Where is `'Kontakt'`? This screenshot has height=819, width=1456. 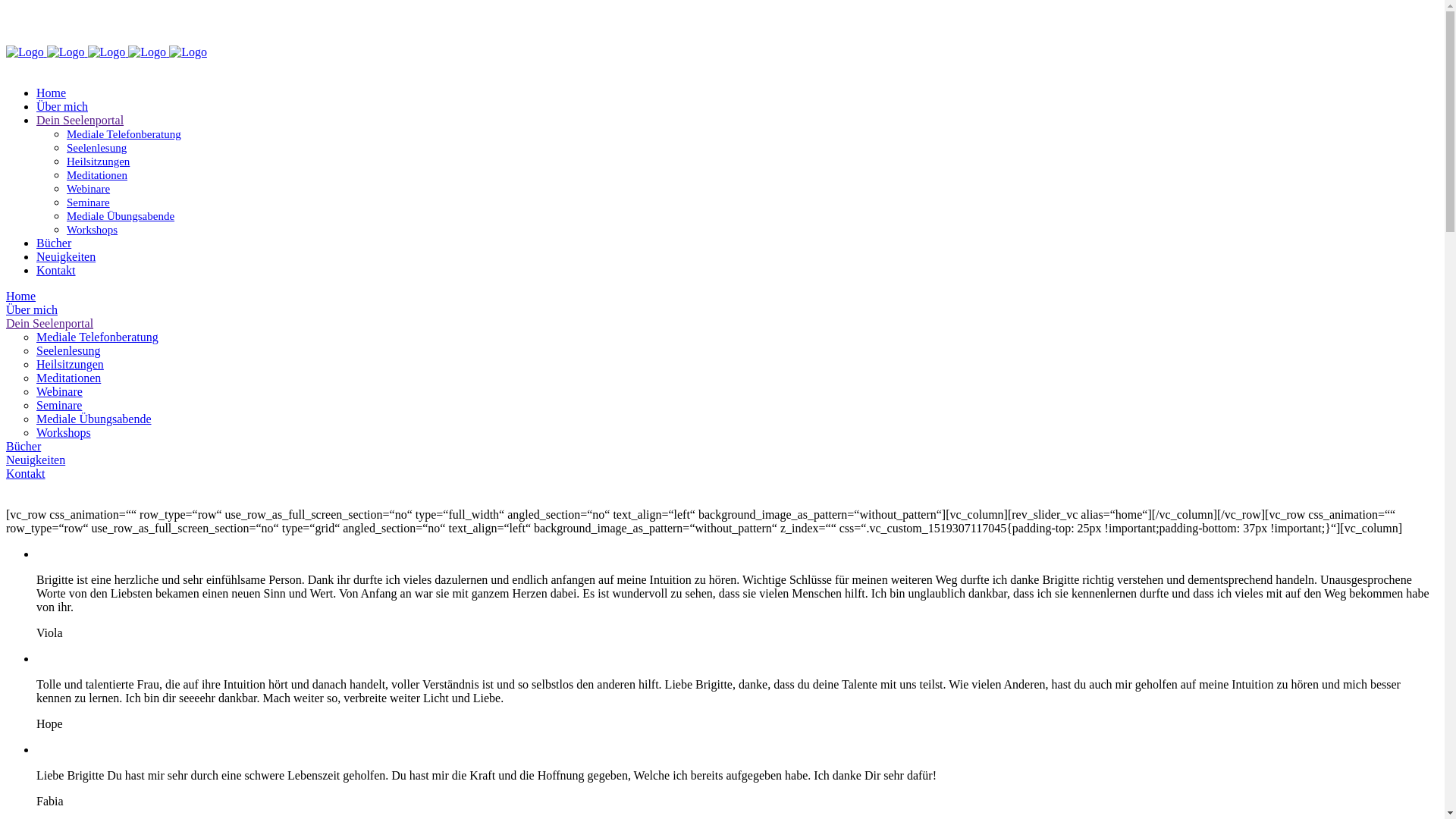 'Kontakt' is located at coordinates (6, 472).